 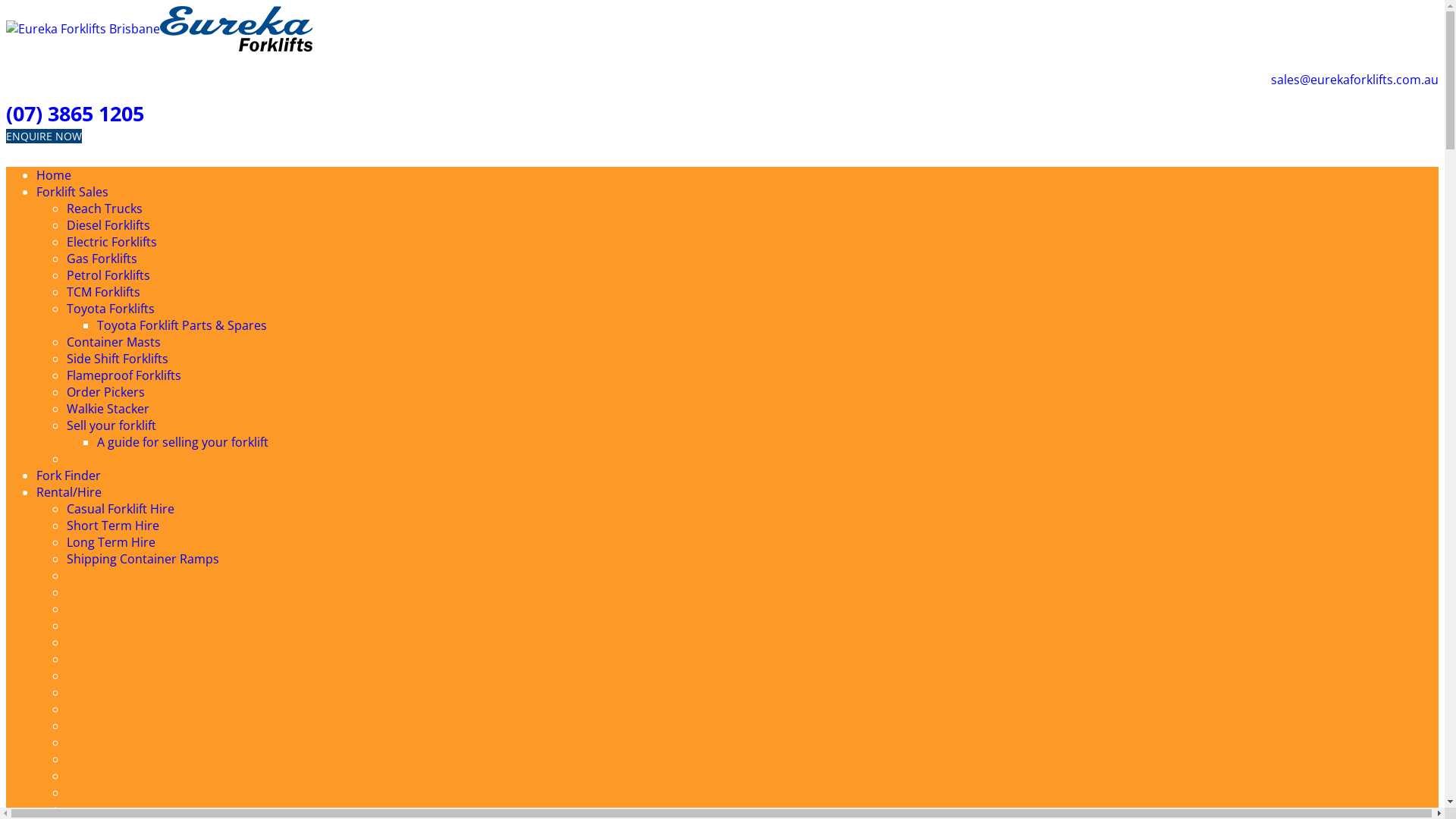 I want to click on 'Home', so click(x=54, y=174).